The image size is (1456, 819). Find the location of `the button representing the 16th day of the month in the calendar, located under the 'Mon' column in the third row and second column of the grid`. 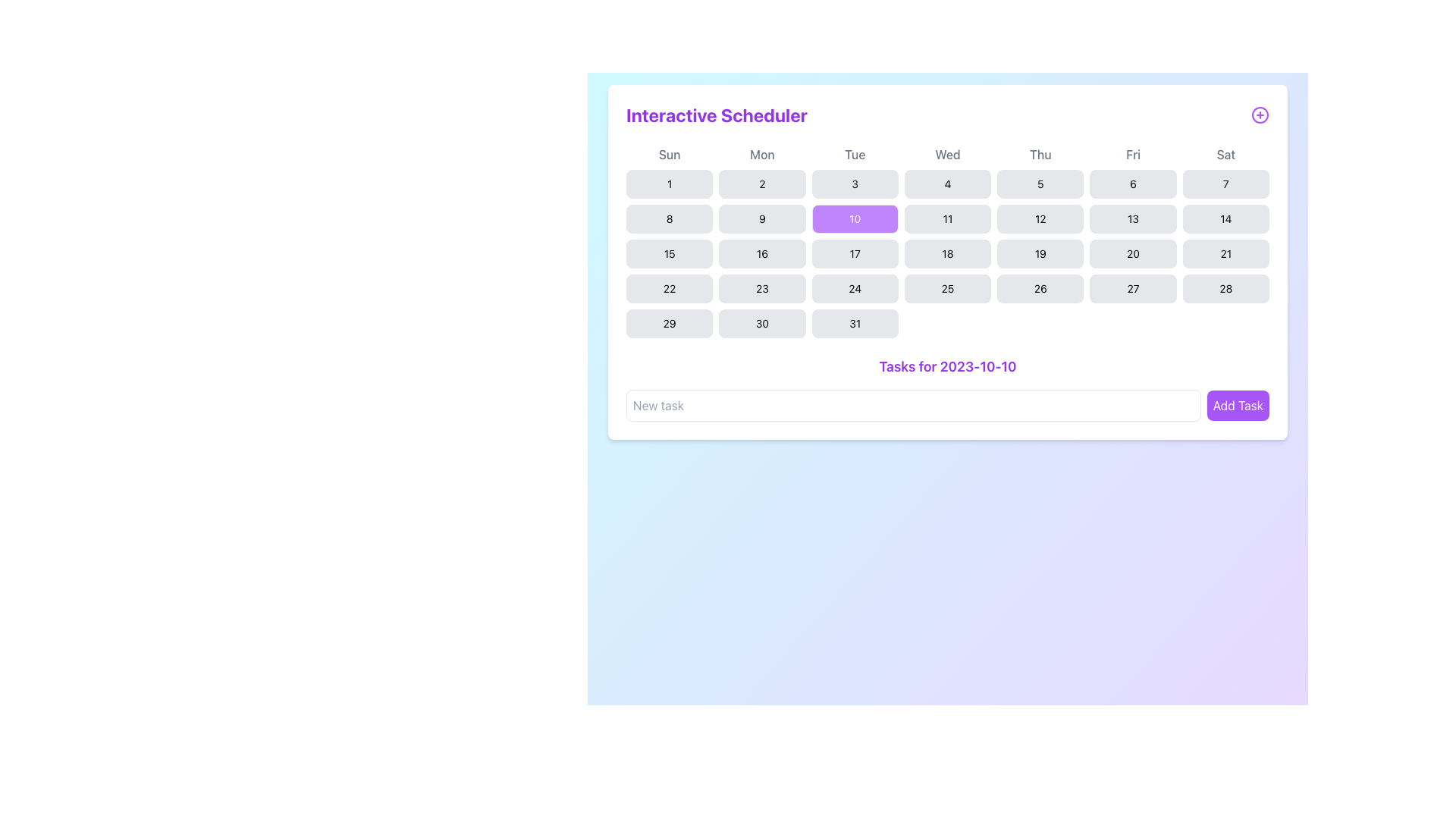

the button representing the 16th day of the month in the calendar, located under the 'Mon' column in the third row and second column of the grid is located at coordinates (762, 253).